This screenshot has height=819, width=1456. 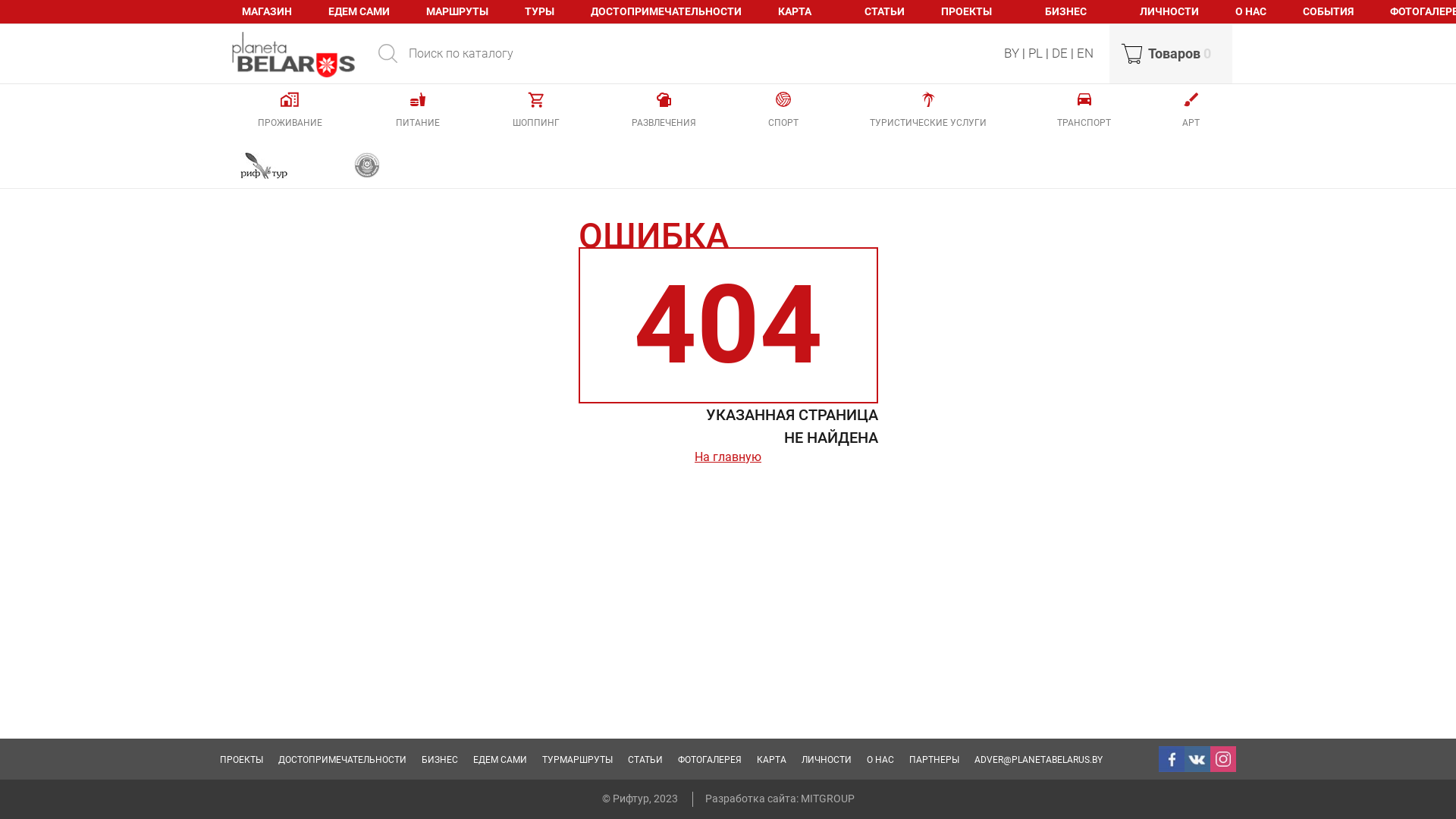 What do you see at coordinates (1059, 52) in the screenshot?
I see `'DE'` at bounding box center [1059, 52].